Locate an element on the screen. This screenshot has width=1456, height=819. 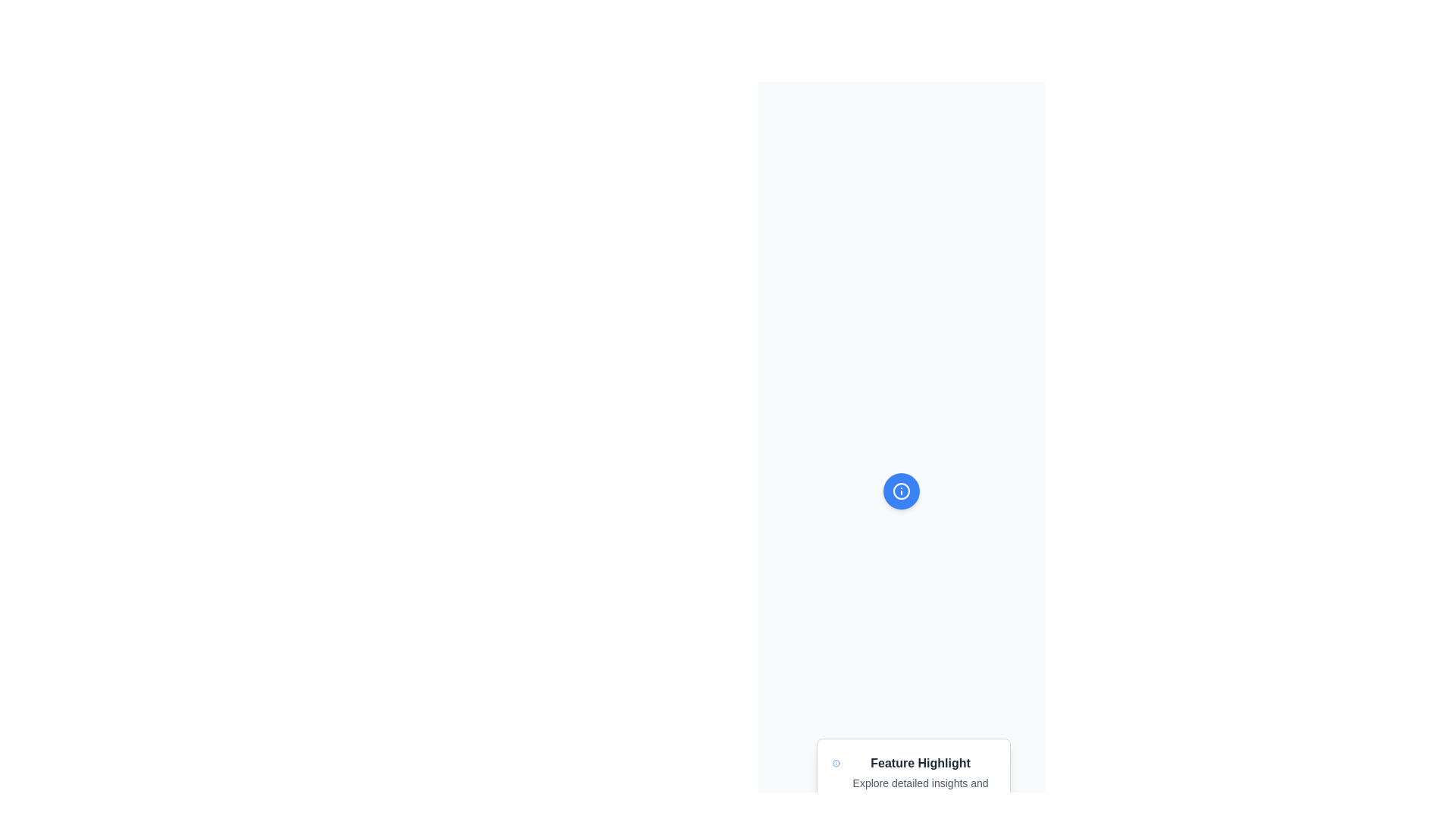
the circular vector graphic element that is part of the information icon with a white 'i' in the center, located above the 'Feature Highlight' card is located at coordinates (836, 763).